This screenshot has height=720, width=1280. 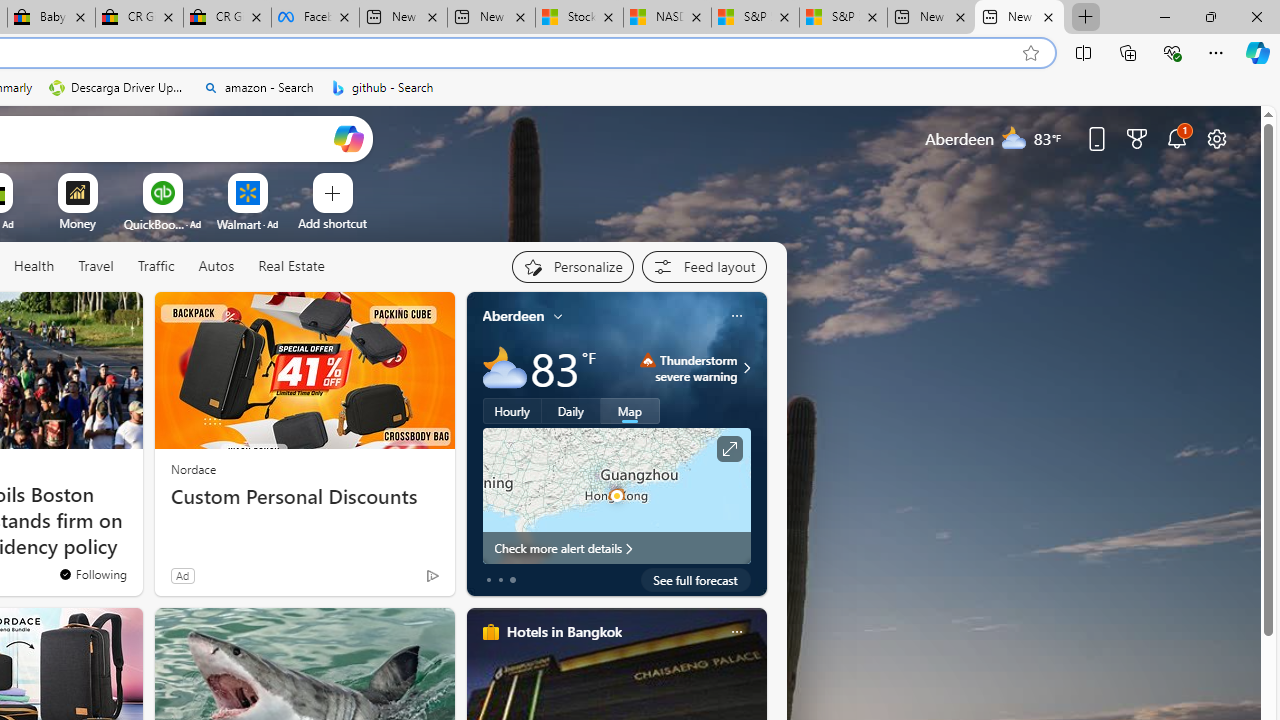 I want to click on 'Personalize your feed"', so click(x=571, y=266).